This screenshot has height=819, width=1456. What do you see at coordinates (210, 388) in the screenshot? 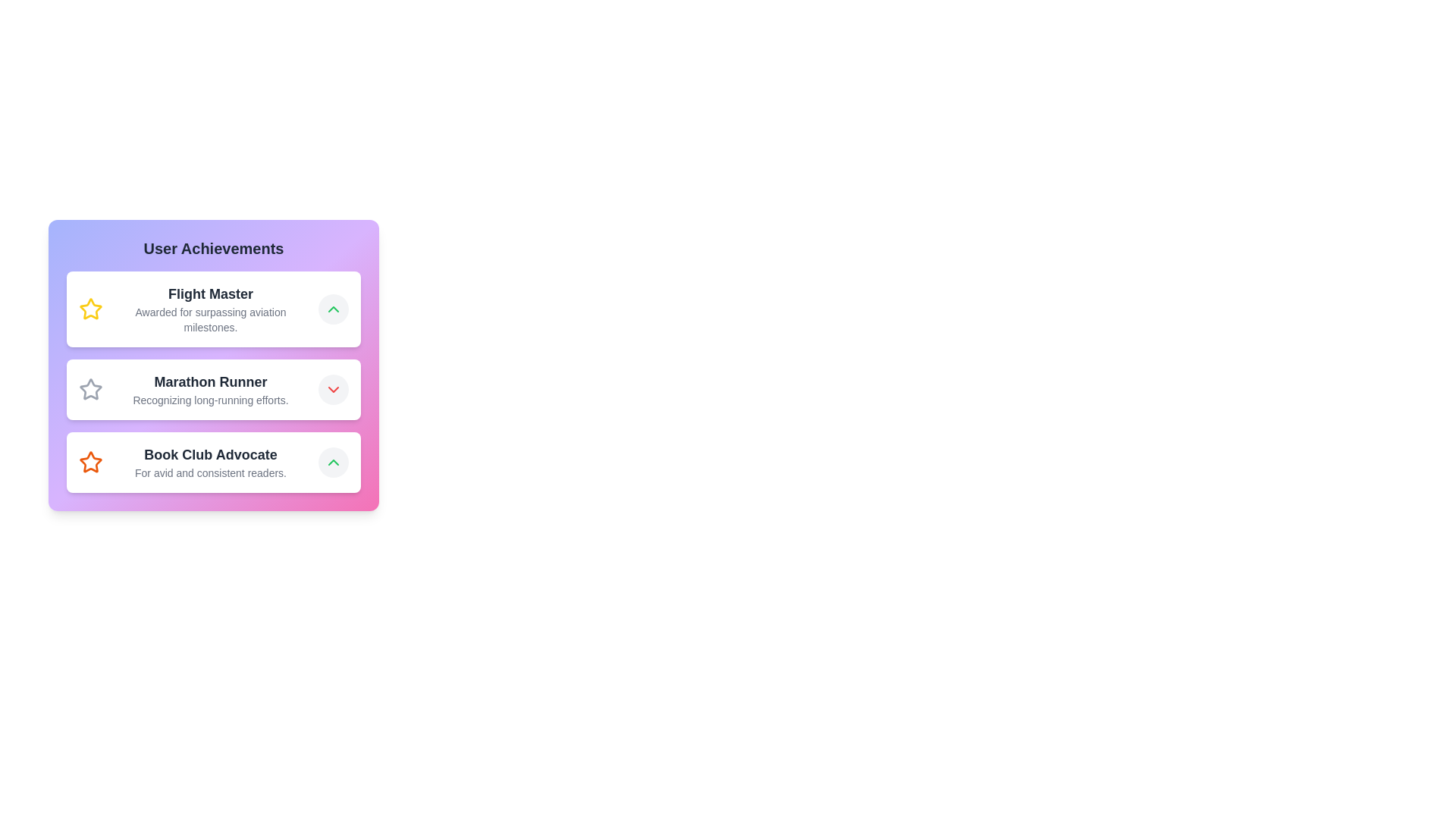
I see `the text display element titled 'Marathon Runner' which recognizes long-running efforts, located in the list of user achievements` at bounding box center [210, 388].